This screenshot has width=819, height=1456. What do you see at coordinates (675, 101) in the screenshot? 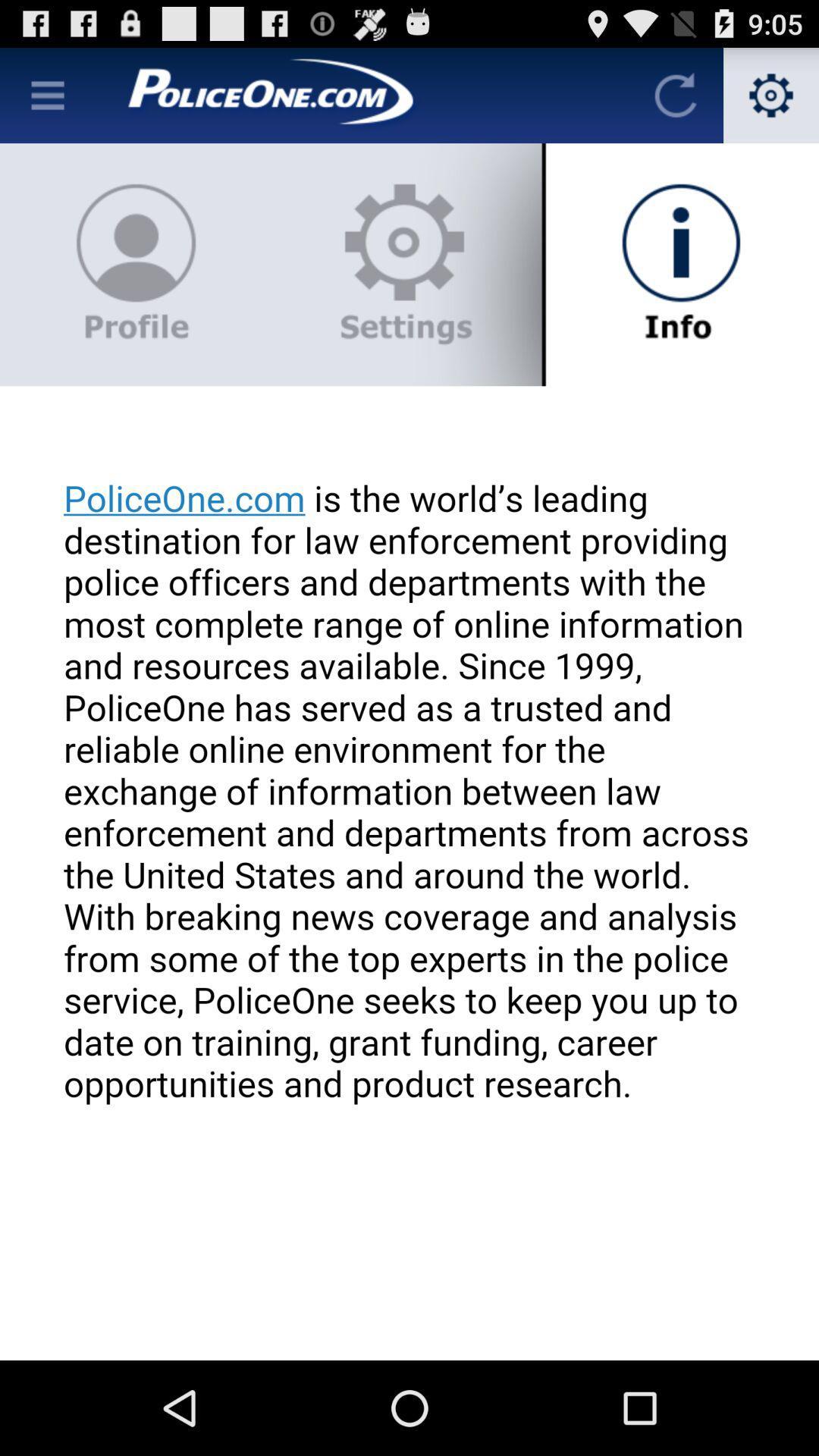
I see `the refresh icon` at bounding box center [675, 101].